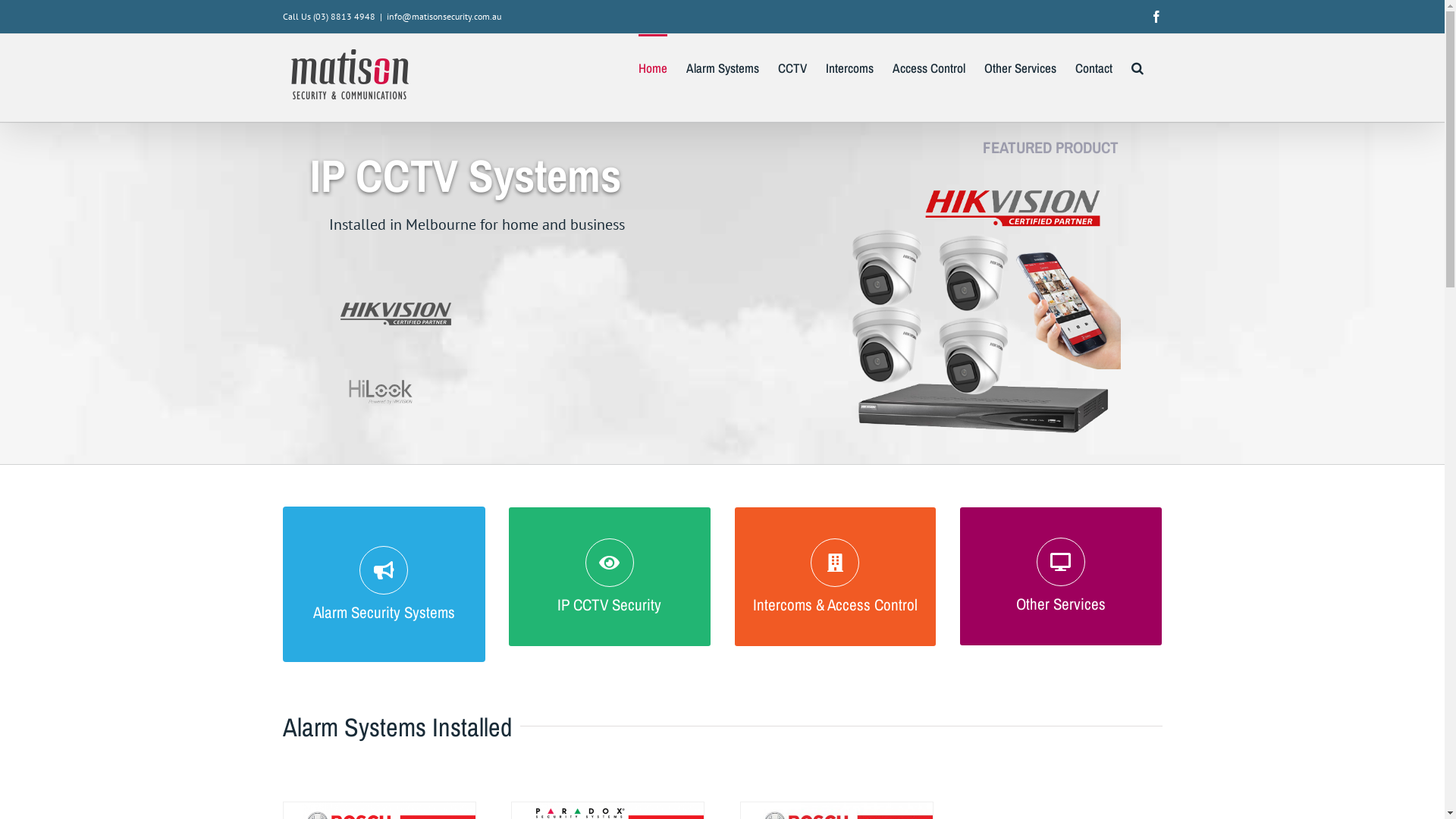 This screenshot has height=819, width=1456. I want to click on 'CCTV', so click(778, 66).